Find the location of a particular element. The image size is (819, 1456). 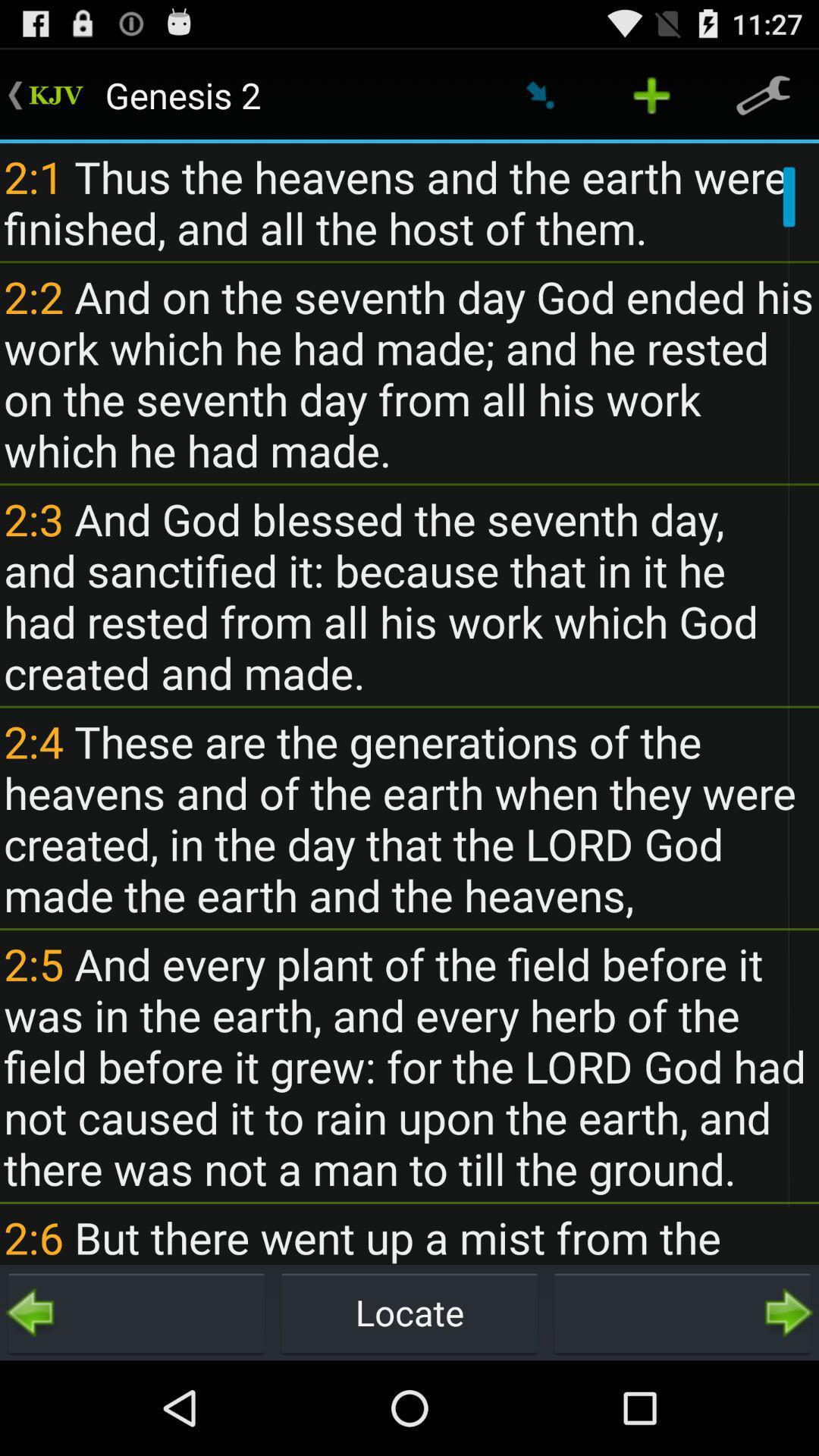

next page is located at coordinates (681, 1312).